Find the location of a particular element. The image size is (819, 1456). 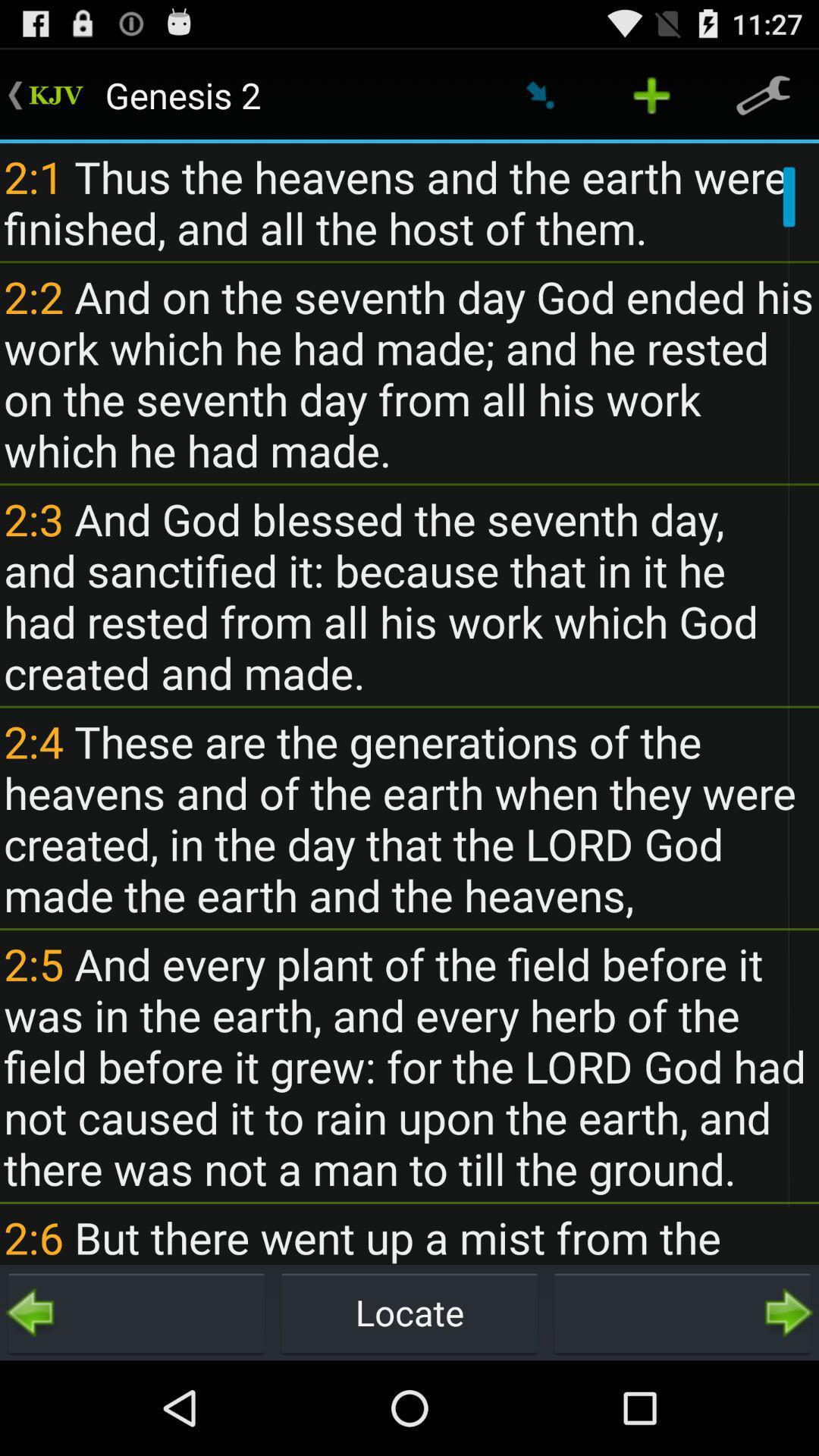

next page is located at coordinates (681, 1312).